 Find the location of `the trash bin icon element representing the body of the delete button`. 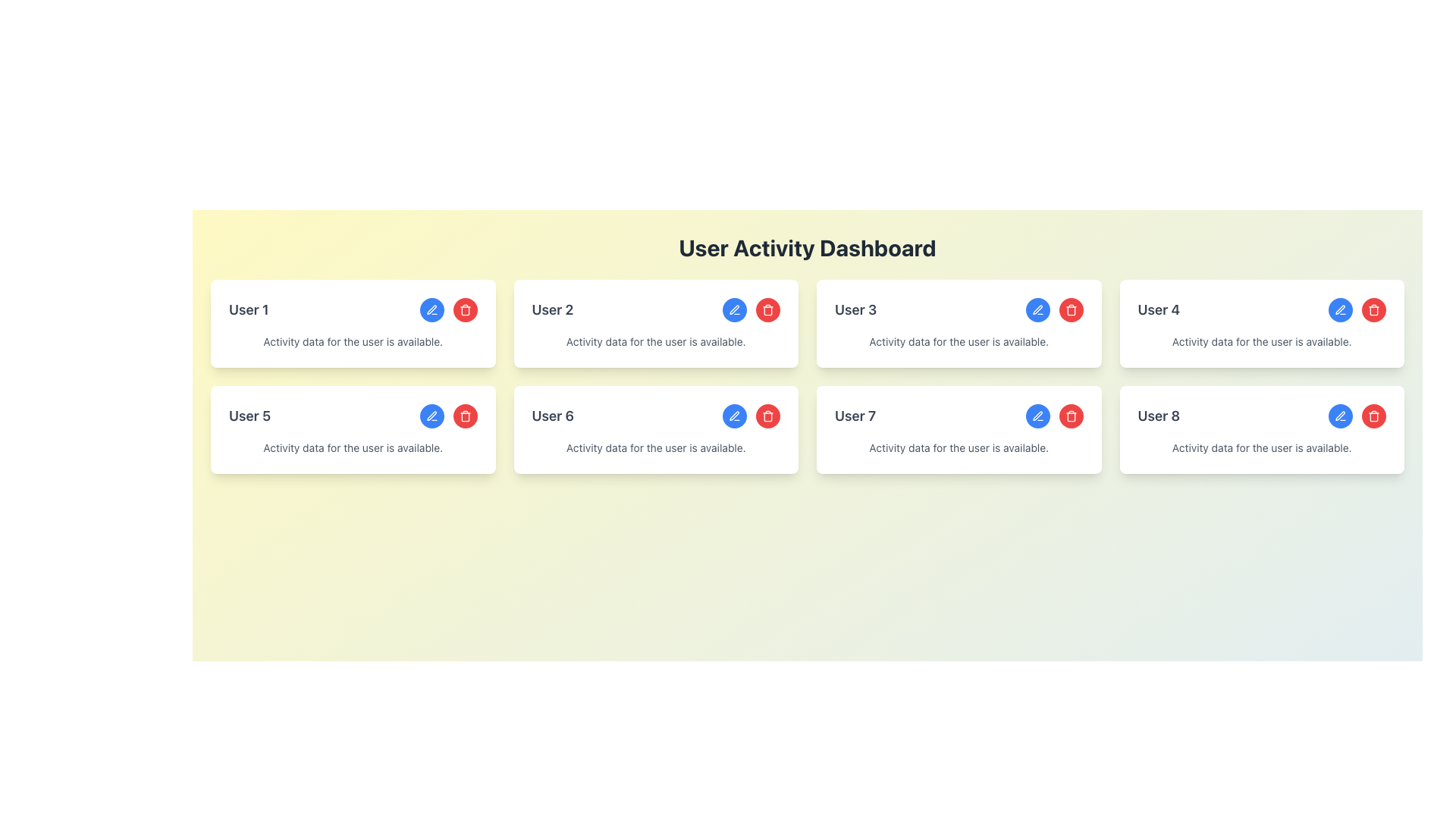

the trash bin icon element representing the body of the delete button is located at coordinates (464, 417).